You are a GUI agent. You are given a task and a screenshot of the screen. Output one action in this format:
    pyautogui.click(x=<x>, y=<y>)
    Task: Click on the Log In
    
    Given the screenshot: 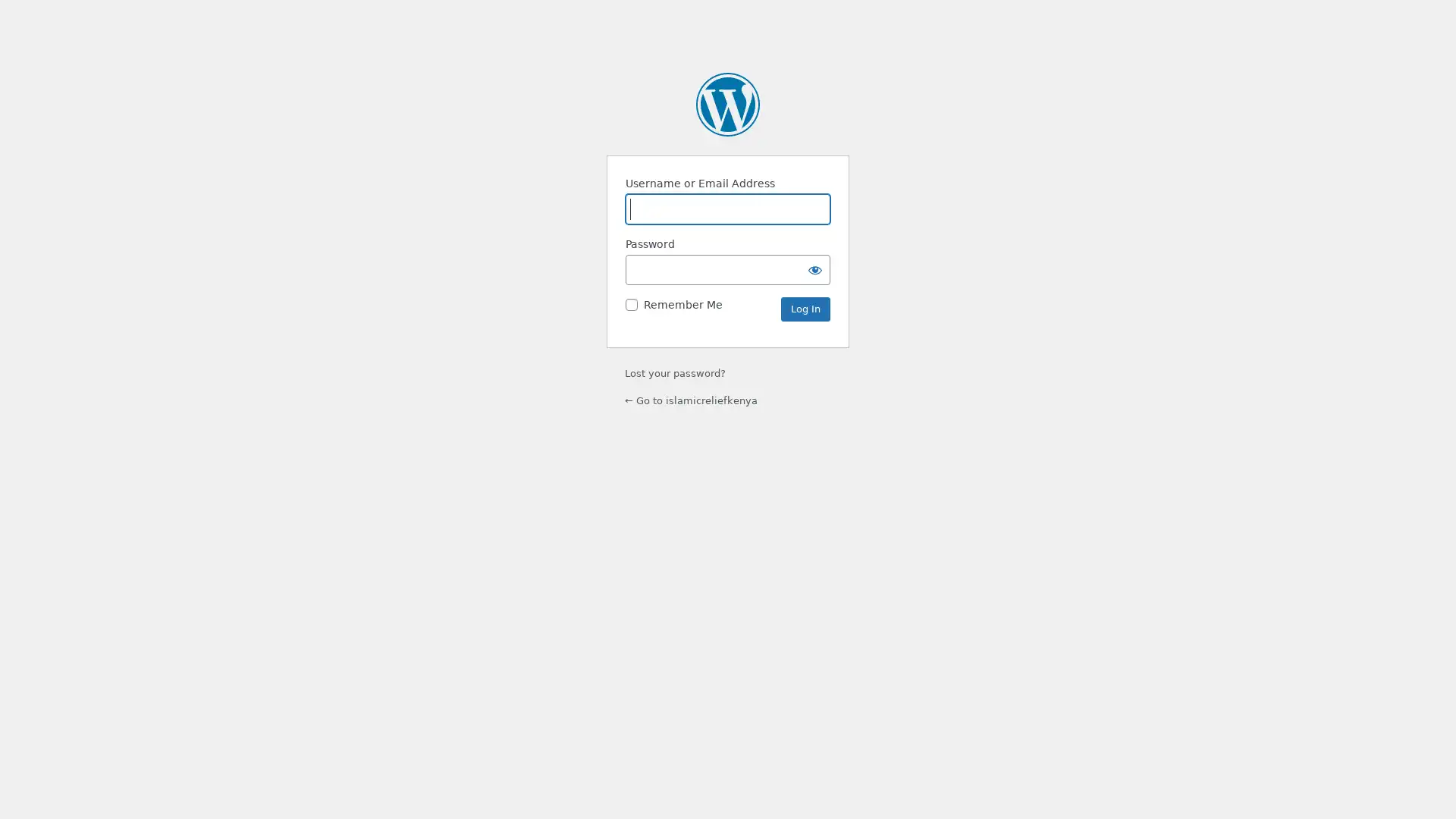 What is the action you would take?
    pyautogui.click(x=805, y=309)
    